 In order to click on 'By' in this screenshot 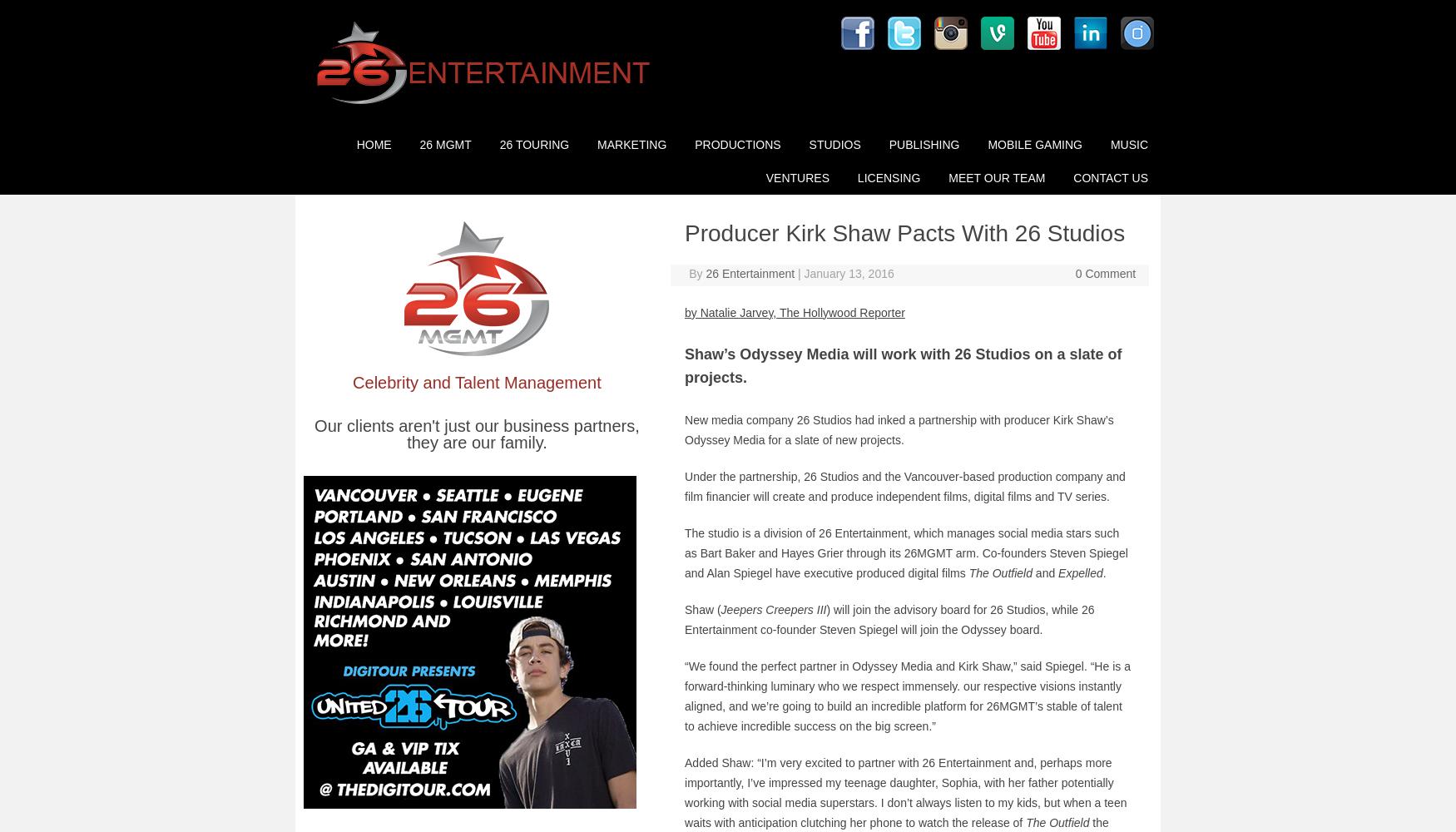, I will do `click(697, 272)`.